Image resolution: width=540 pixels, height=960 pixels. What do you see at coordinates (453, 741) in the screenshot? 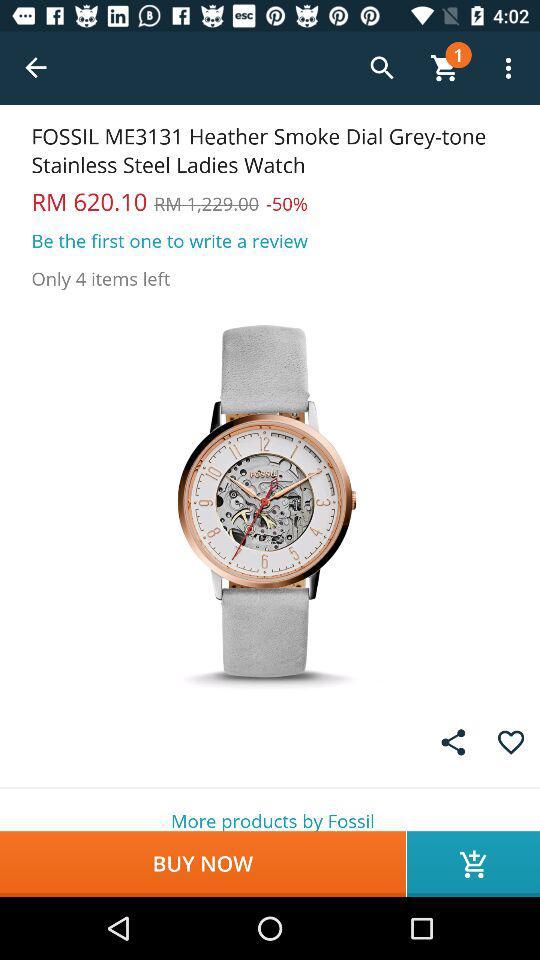
I see `sharing options` at bounding box center [453, 741].